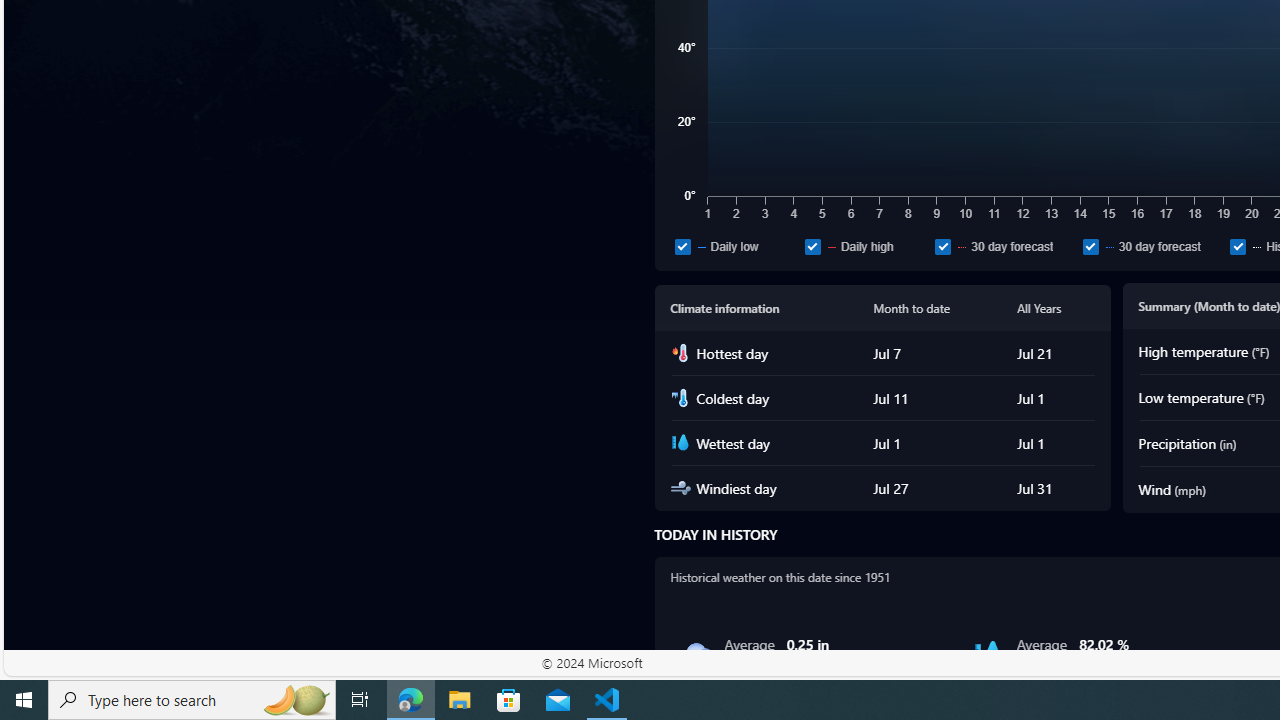 The width and height of the screenshot is (1280, 720). I want to click on '30 day forecast', so click(1152, 245).